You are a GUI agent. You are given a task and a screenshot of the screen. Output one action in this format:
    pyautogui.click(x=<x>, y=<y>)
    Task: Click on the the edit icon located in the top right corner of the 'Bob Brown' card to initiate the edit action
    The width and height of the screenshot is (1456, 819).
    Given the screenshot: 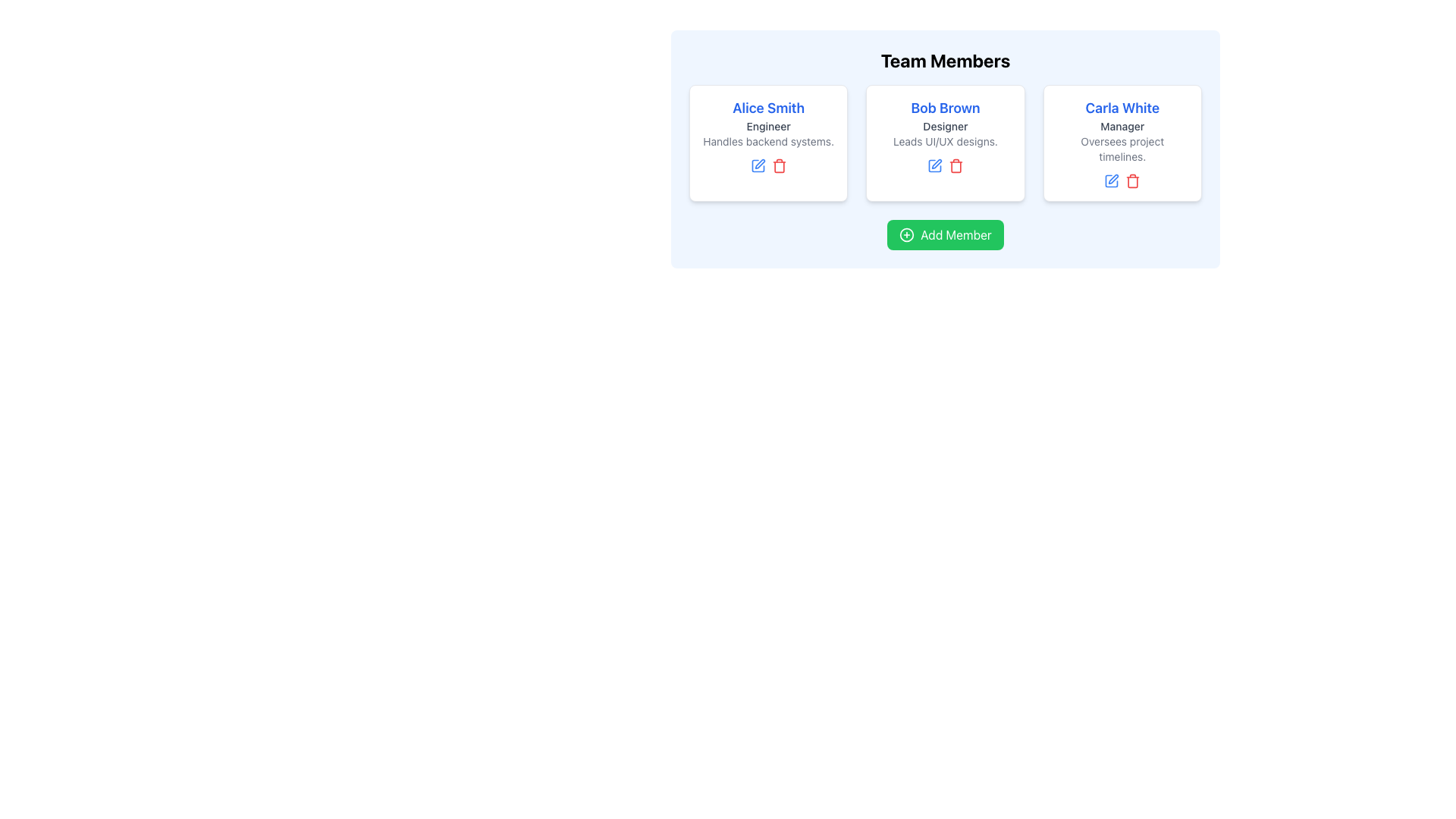 What is the action you would take?
    pyautogui.click(x=936, y=164)
    